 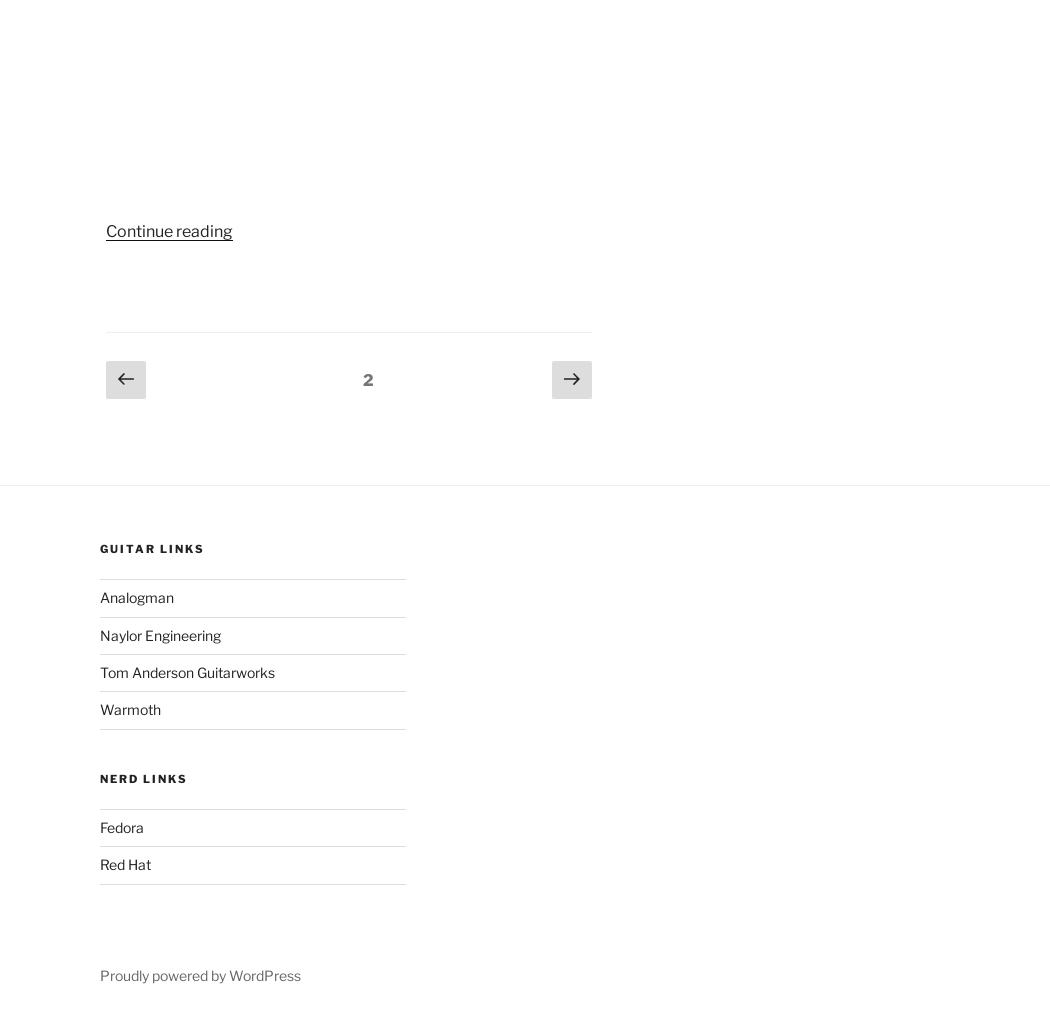 I want to click on 'Naylor Engineering', so click(x=159, y=633).